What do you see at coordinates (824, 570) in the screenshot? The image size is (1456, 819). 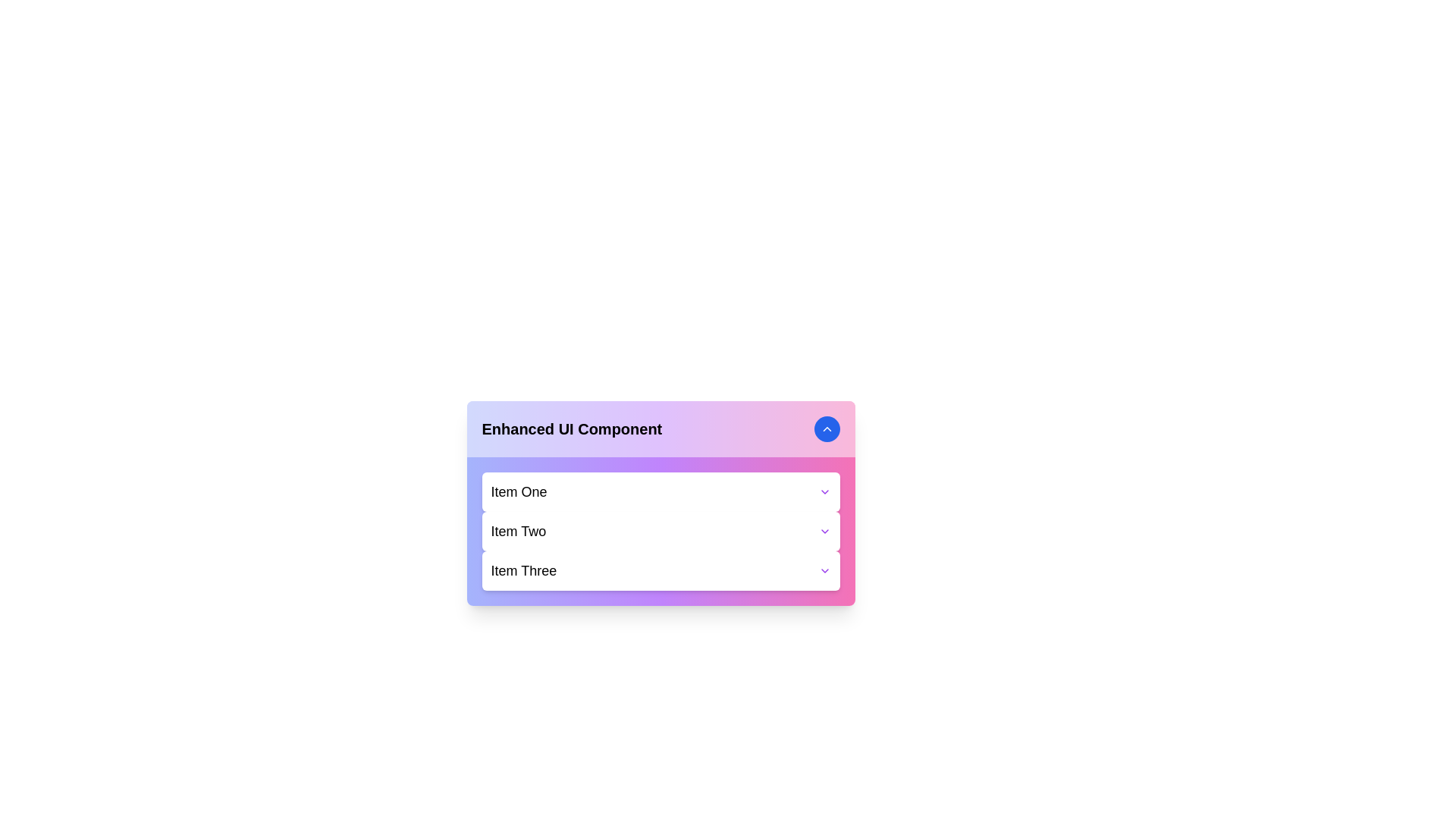 I see `the dropdown arrow/icon next to 'Item Three'` at bounding box center [824, 570].